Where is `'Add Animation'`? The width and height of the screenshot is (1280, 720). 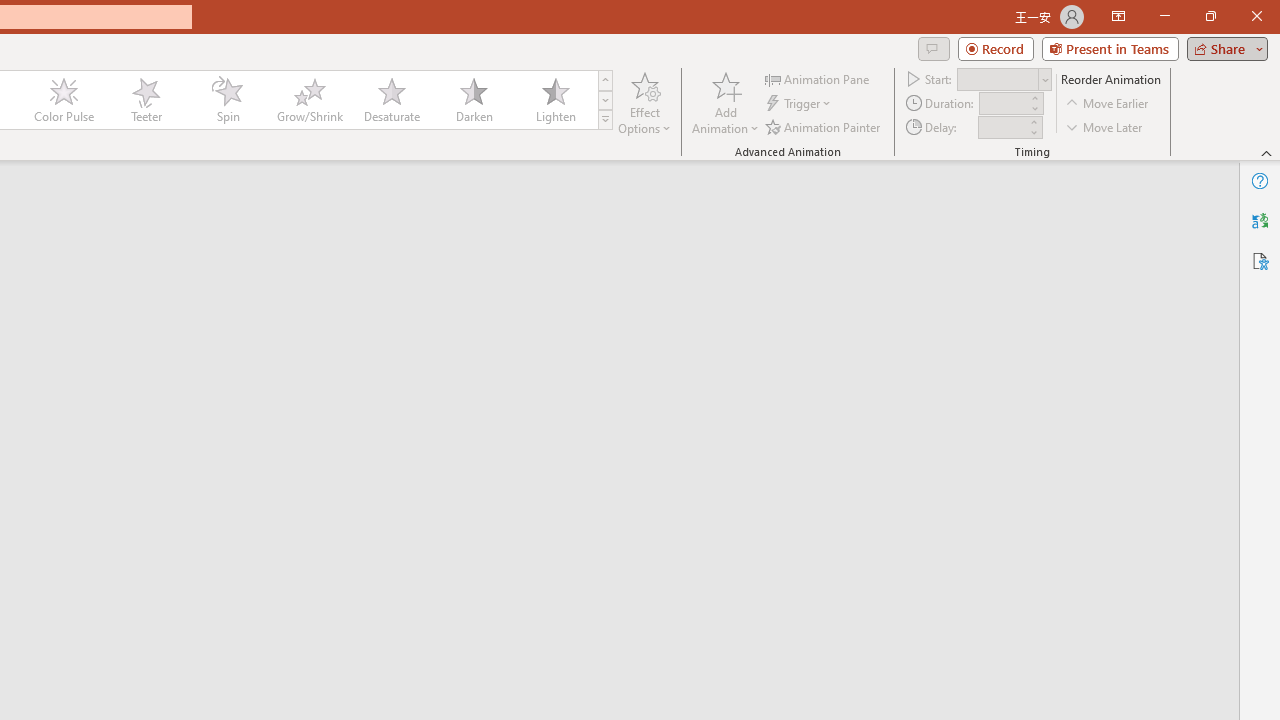 'Add Animation' is located at coordinates (724, 103).